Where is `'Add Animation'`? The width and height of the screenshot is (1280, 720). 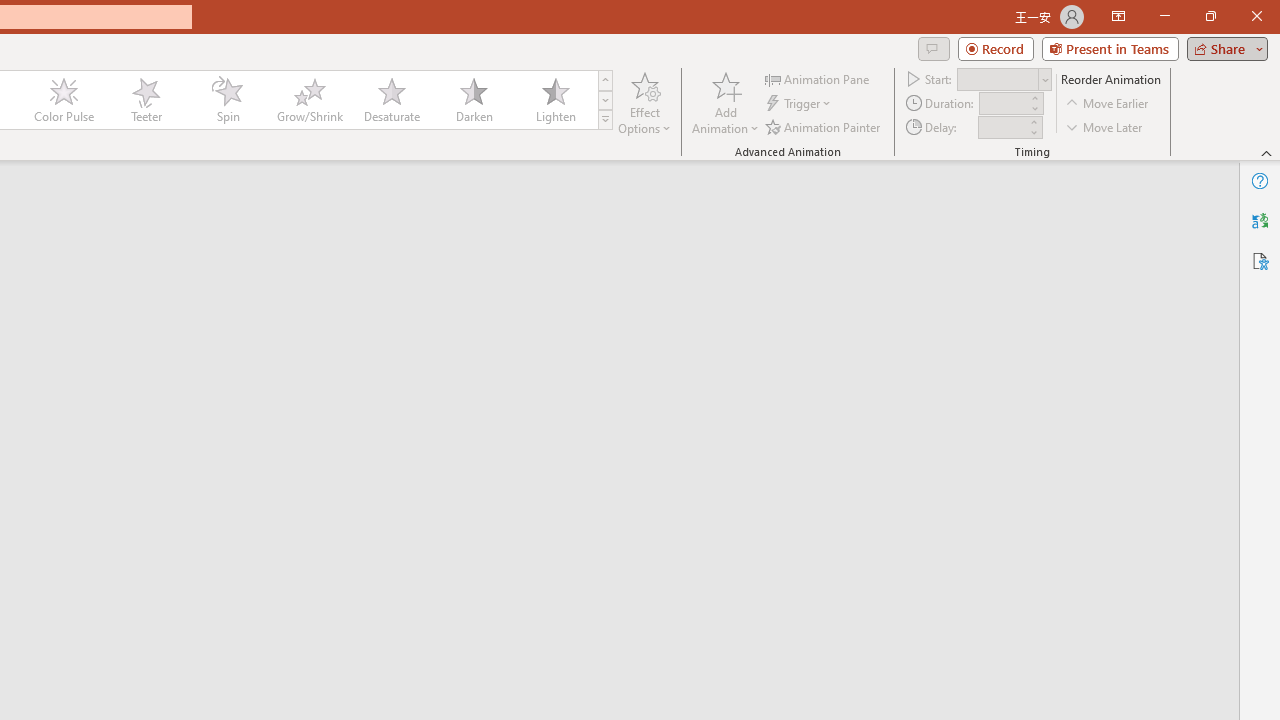 'Add Animation' is located at coordinates (724, 103).